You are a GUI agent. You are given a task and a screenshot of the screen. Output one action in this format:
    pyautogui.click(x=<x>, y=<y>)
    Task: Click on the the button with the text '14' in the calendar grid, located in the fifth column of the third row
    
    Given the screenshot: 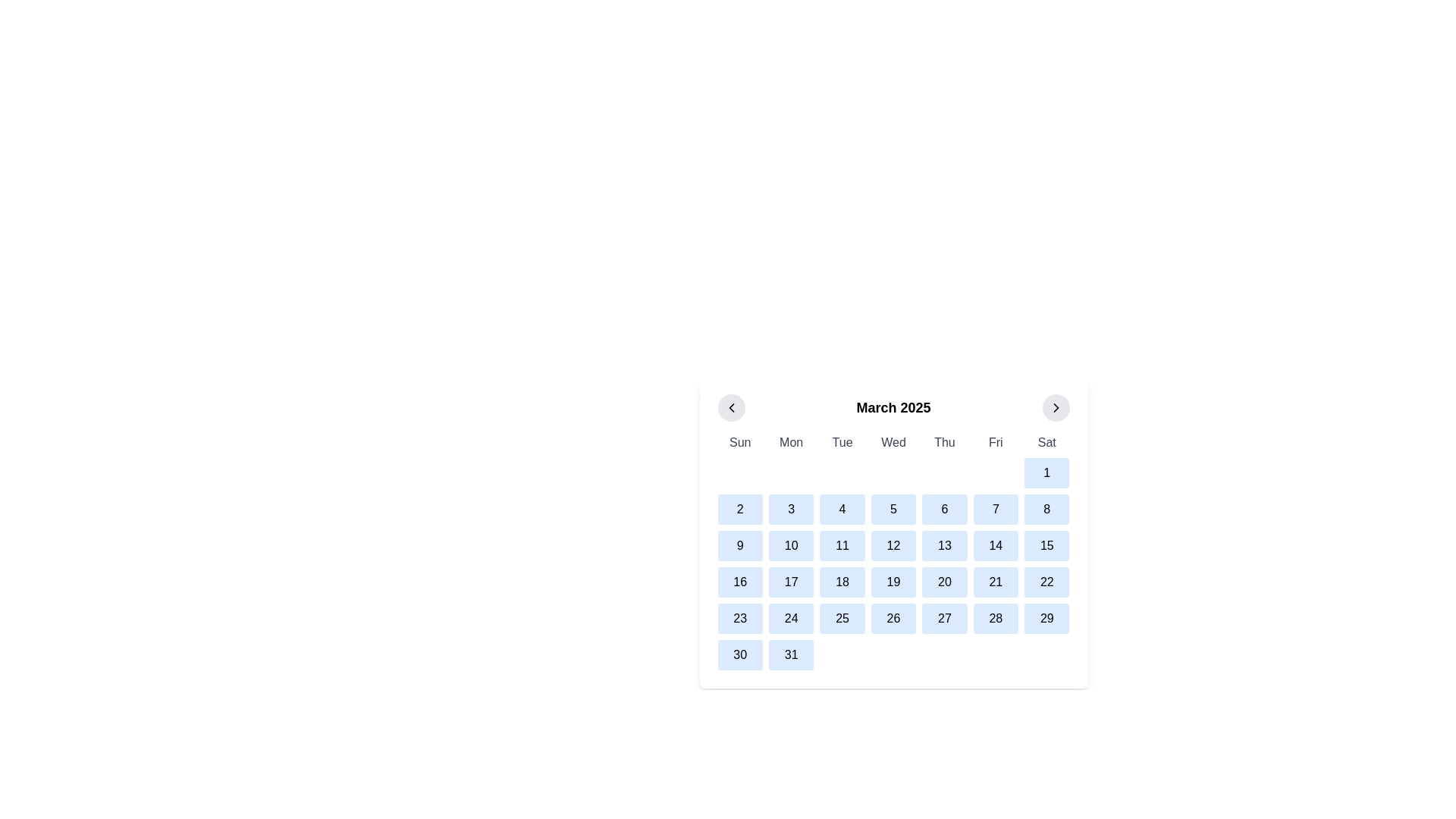 What is the action you would take?
    pyautogui.click(x=996, y=546)
    